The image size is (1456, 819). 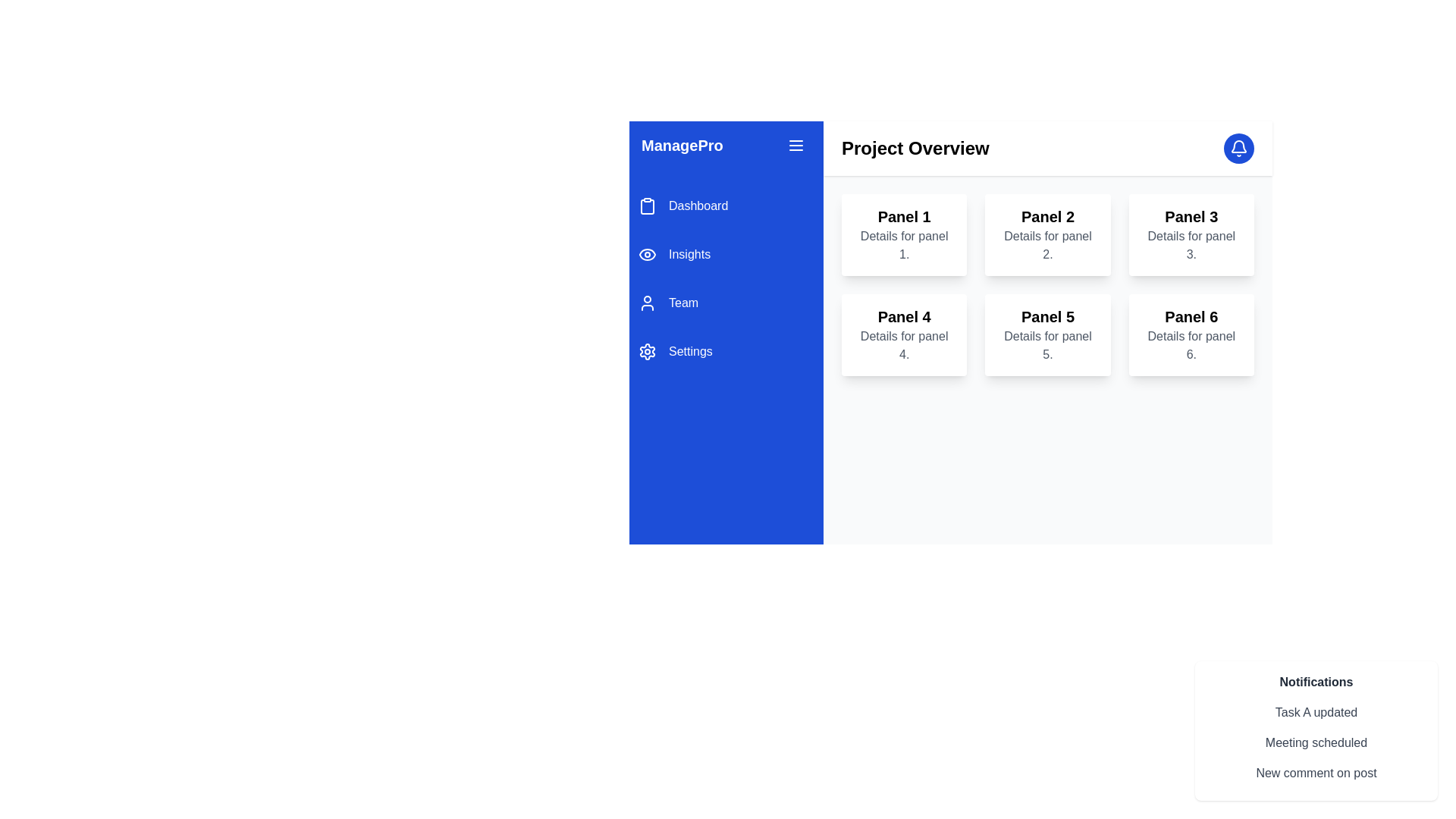 I want to click on the static text label 'ManagePro' which is prominently displayed in white on a blue background at the top-left corner of the sidebar, so click(x=681, y=146).